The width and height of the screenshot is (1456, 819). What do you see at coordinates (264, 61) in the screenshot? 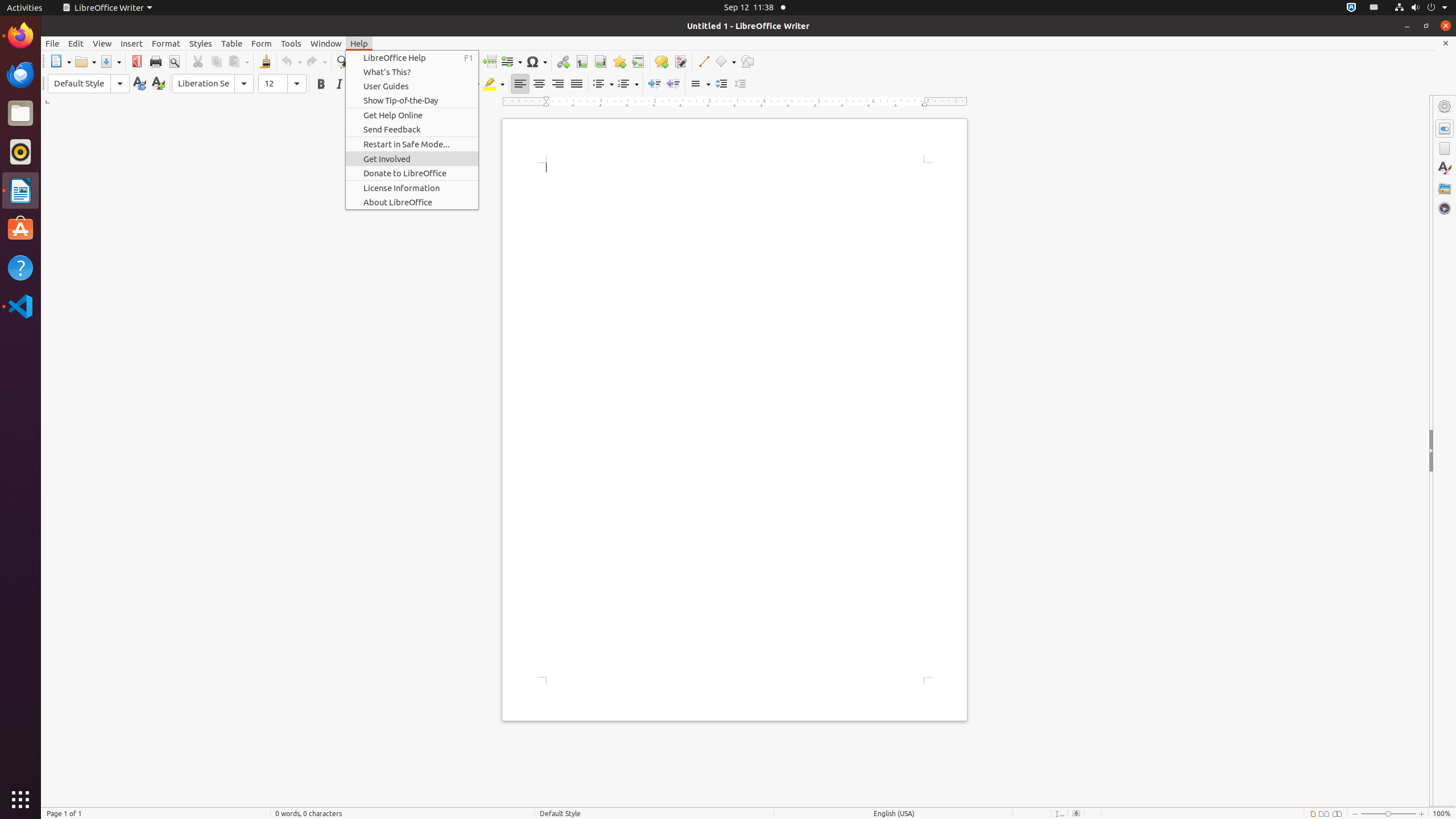
I see `'Clone'` at bounding box center [264, 61].